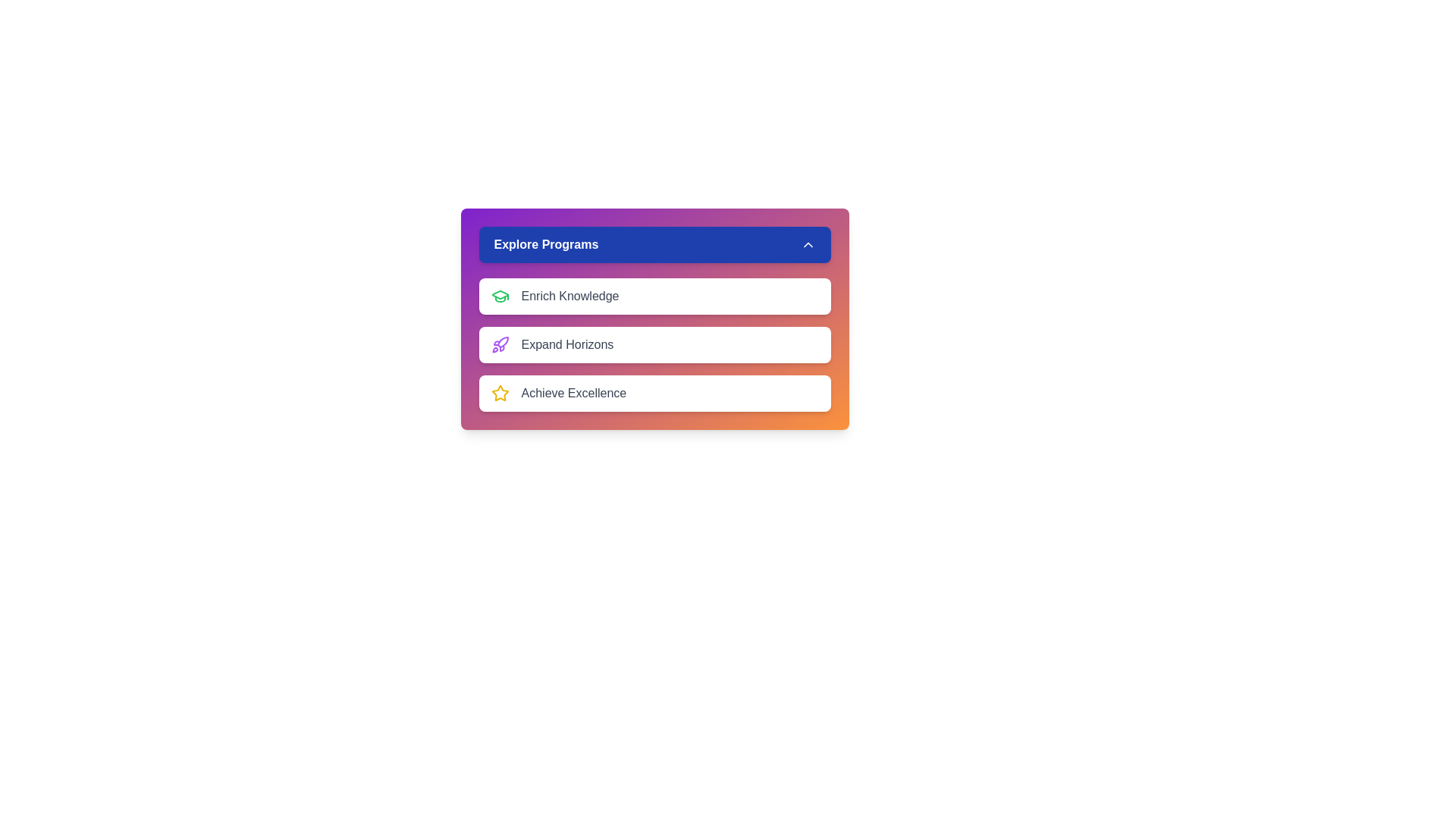  What do you see at coordinates (654, 244) in the screenshot?
I see `the 'Explore Programs' button` at bounding box center [654, 244].